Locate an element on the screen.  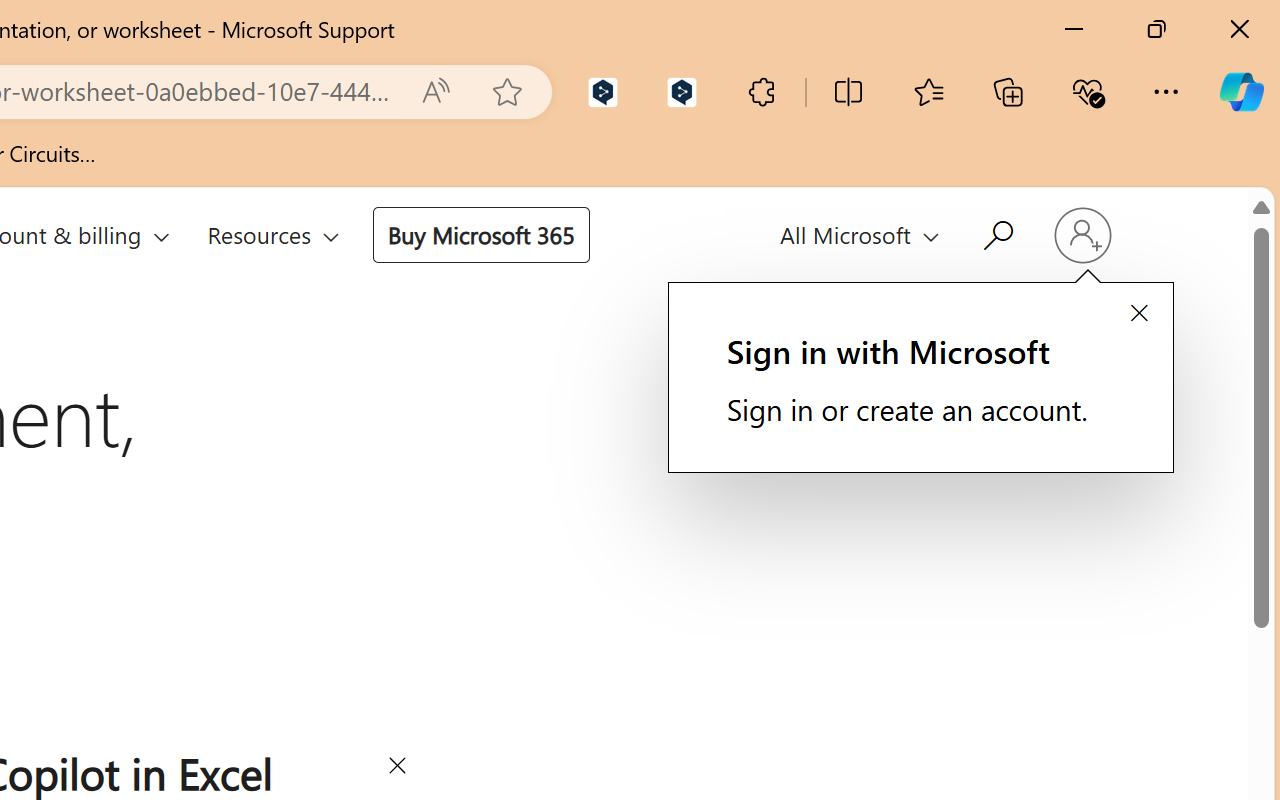
'Close Ad' is located at coordinates (396, 768).